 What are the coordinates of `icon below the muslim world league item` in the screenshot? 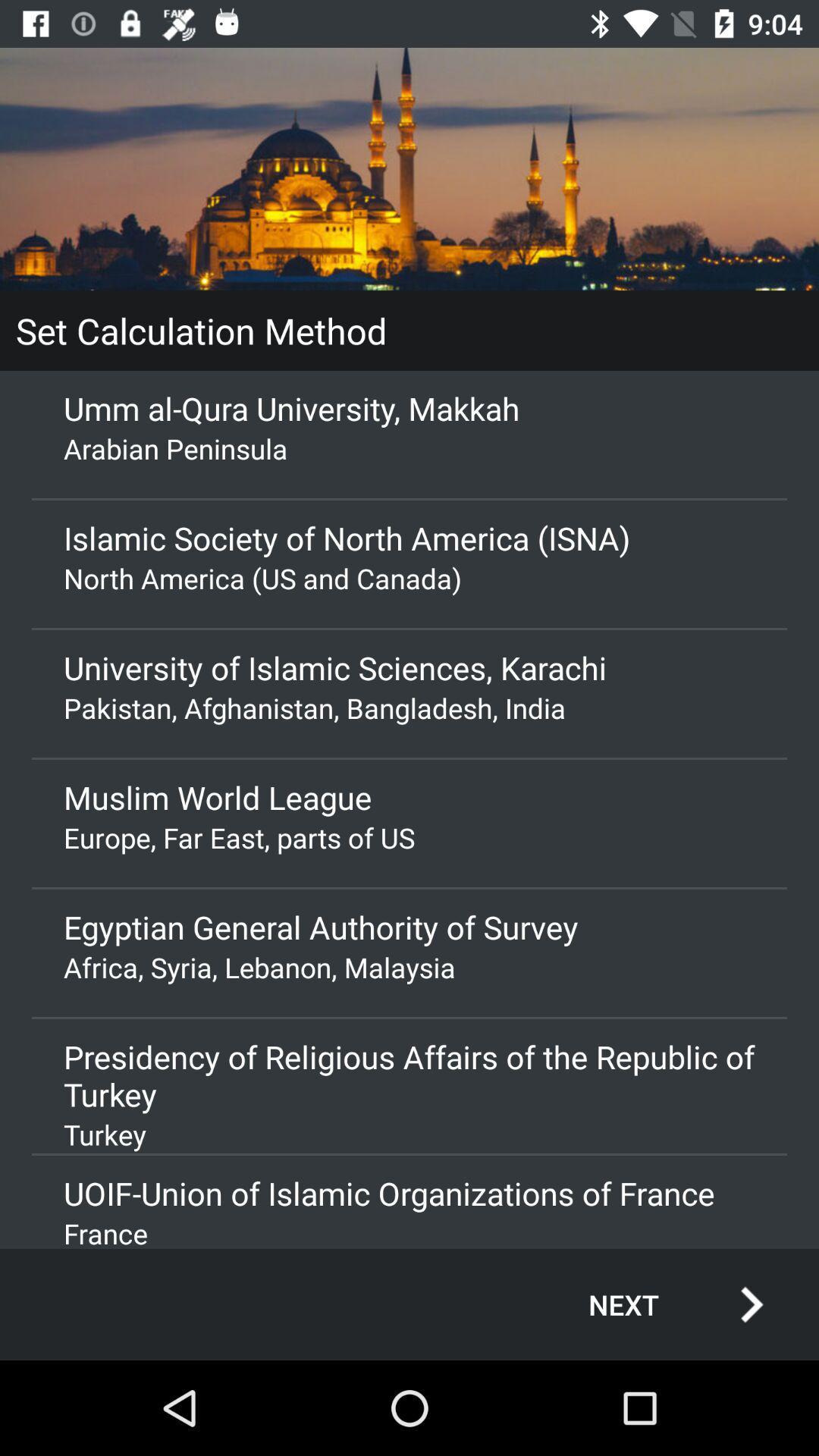 It's located at (409, 836).